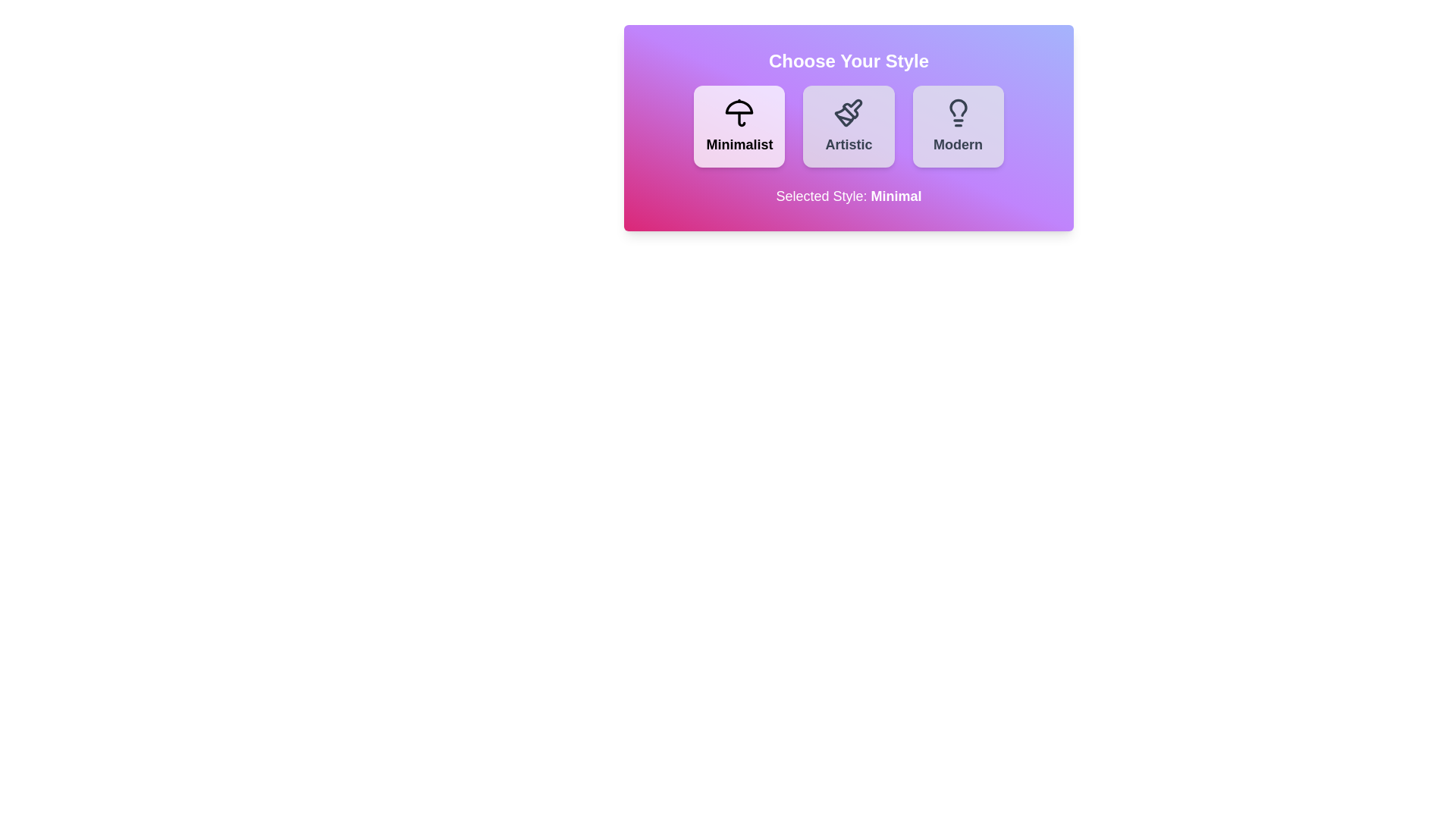 This screenshot has width=1456, height=819. Describe the element at coordinates (957, 125) in the screenshot. I see `the button corresponding to Modern to select the desired style` at that location.